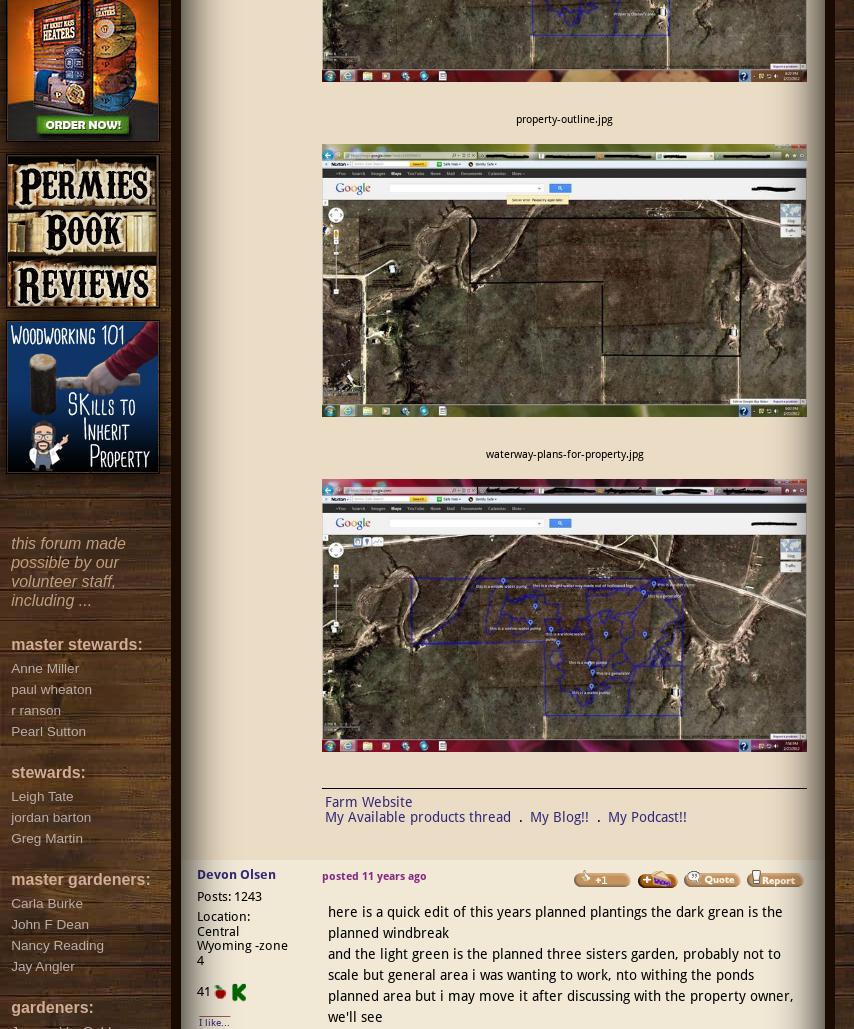 Image resolution: width=854 pixels, height=1029 pixels. I want to click on 'Leigh Tate', so click(42, 795).